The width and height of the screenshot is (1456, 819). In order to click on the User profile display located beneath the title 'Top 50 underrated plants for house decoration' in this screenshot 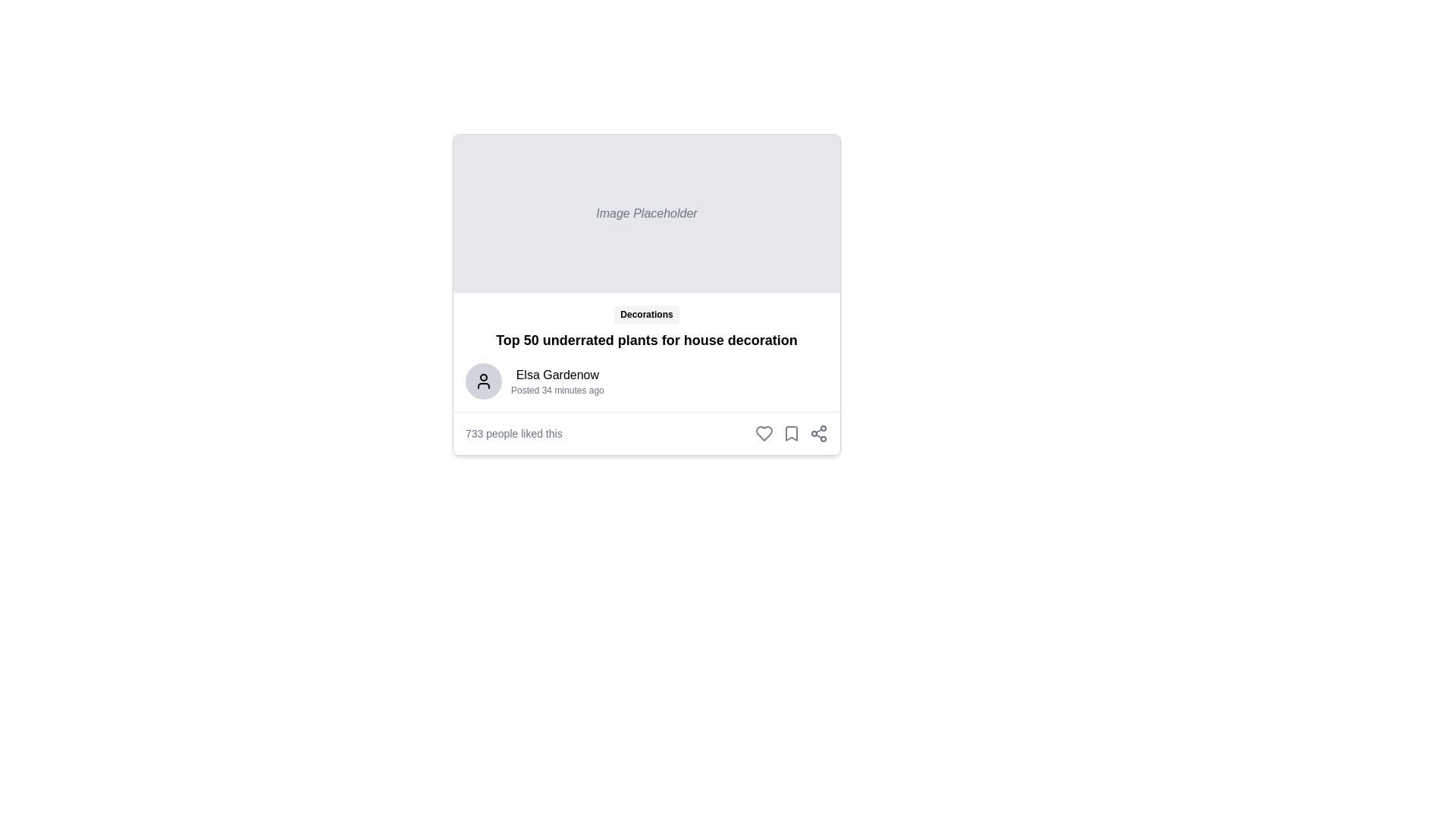, I will do `click(647, 380)`.